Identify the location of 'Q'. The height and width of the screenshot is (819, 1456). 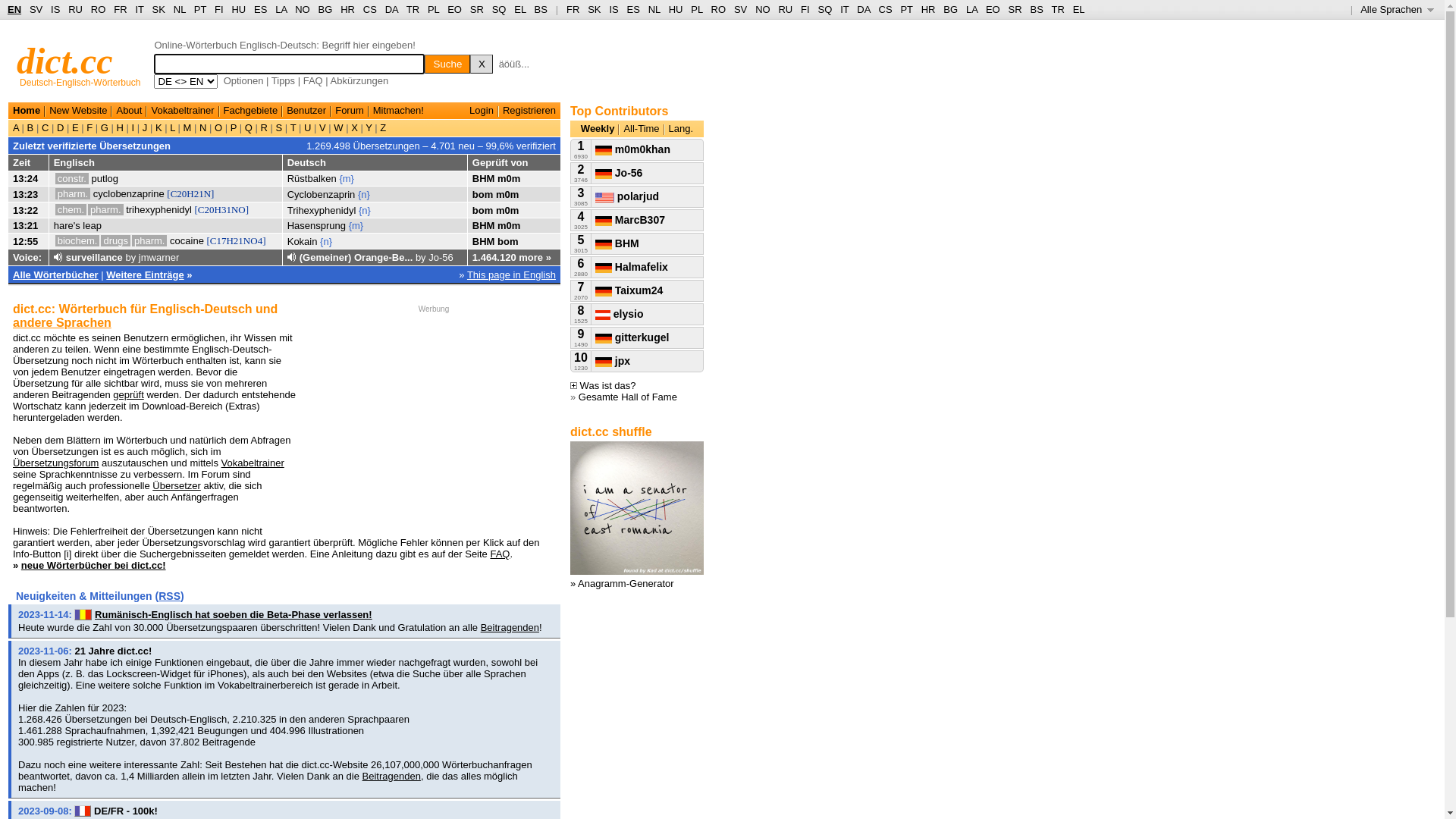
(248, 127).